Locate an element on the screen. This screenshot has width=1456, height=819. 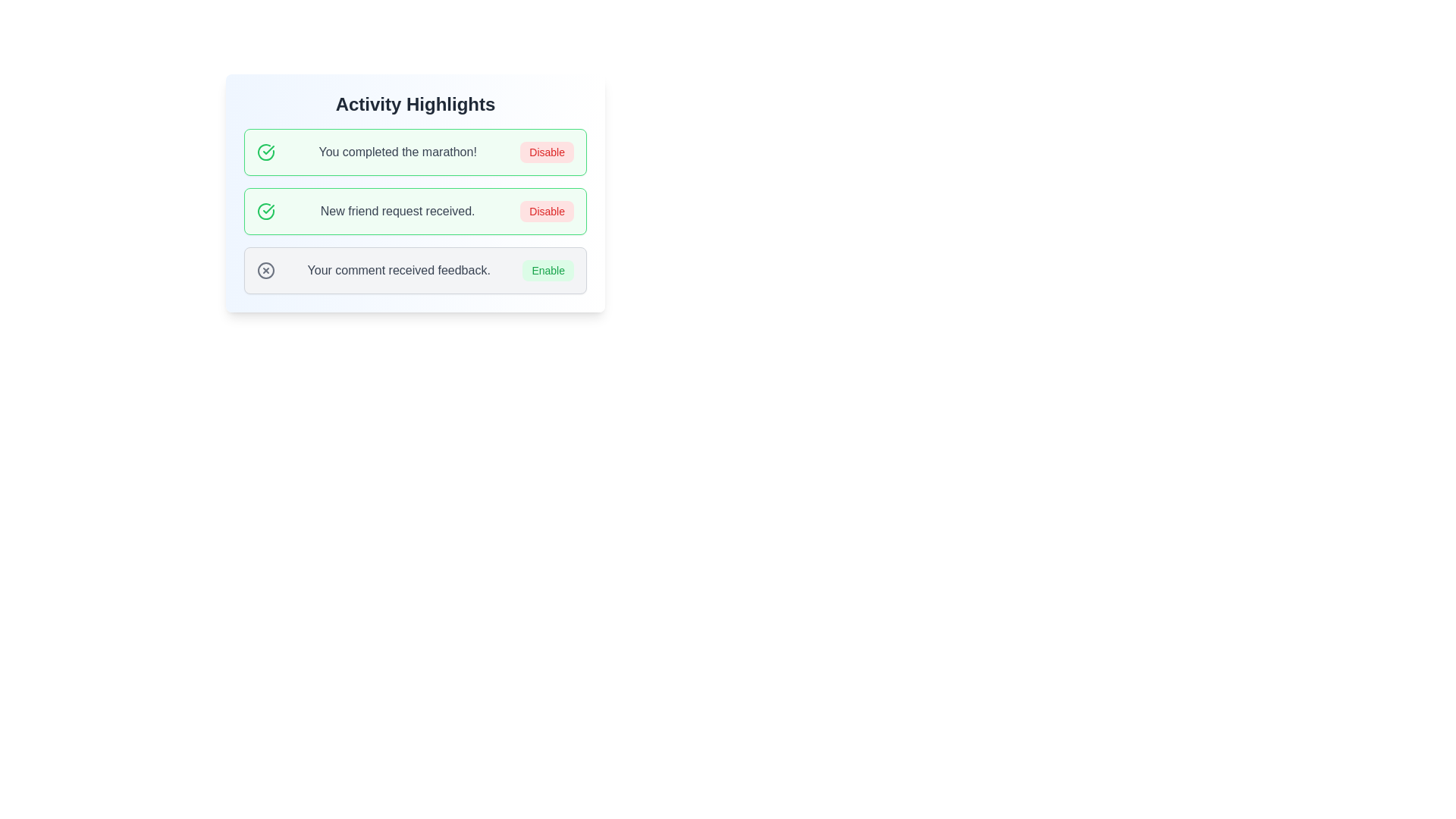
the static text label that displays 'You completed the marathon!' located in the top notification card of the interface is located at coordinates (397, 152).